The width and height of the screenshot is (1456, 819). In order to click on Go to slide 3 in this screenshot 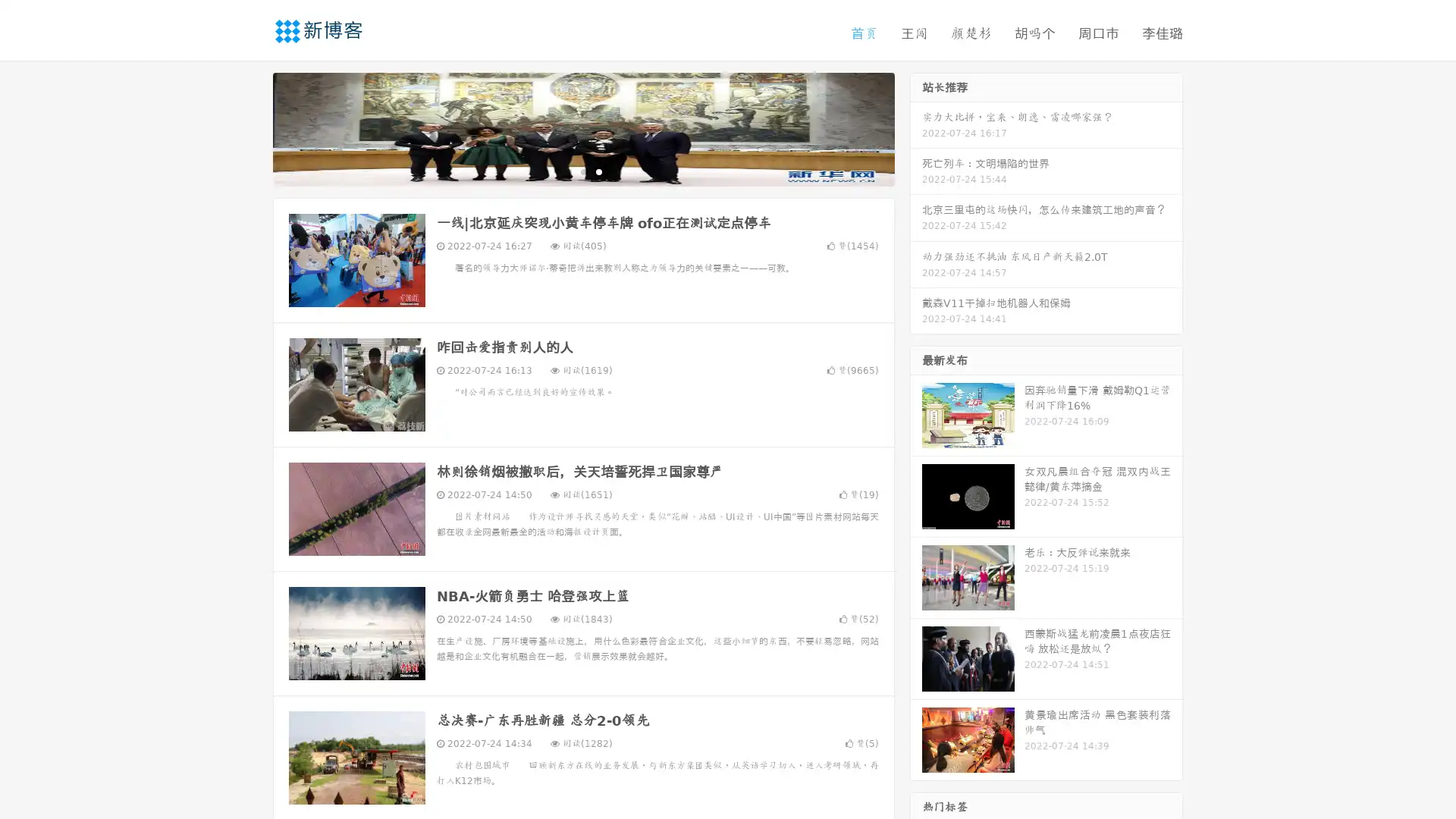, I will do `click(598, 171)`.